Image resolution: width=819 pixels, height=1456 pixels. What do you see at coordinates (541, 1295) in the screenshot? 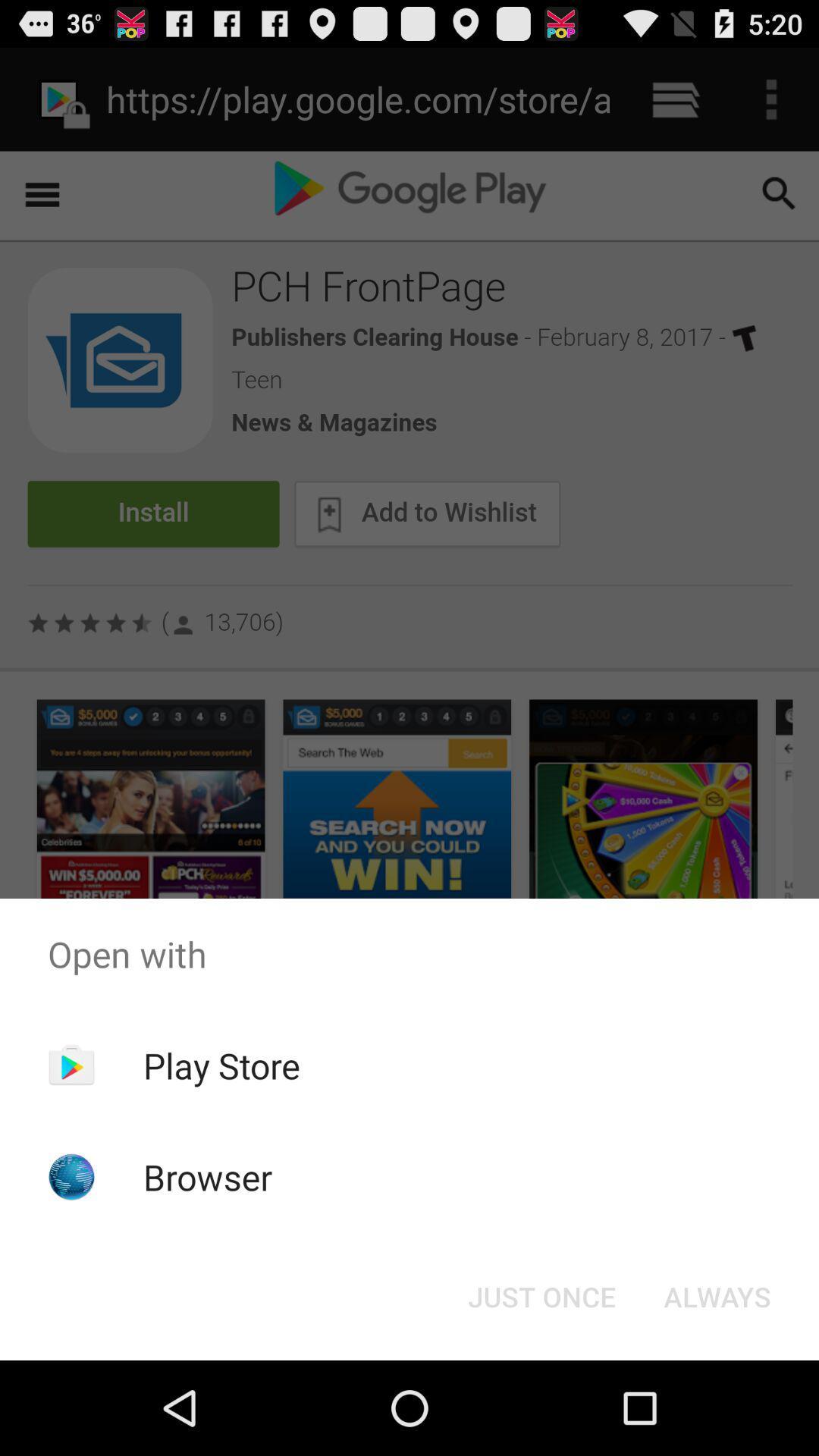
I see `the just once at the bottom` at bounding box center [541, 1295].